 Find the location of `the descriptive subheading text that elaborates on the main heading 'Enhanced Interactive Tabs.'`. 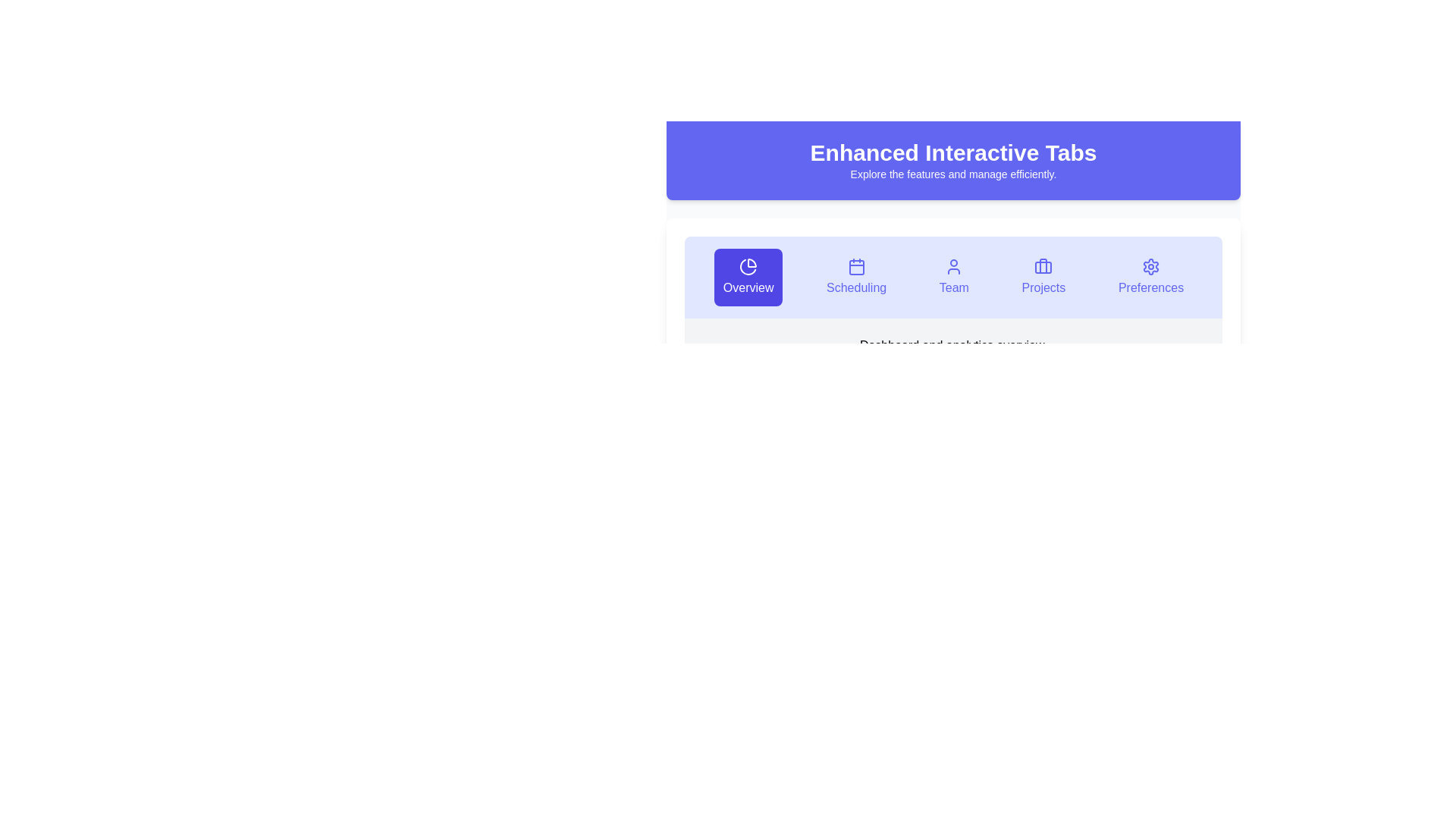

the descriptive subheading text that elaborates on the main heading 'Enhanced Interactive Tabs.' is located at coordinates (952, 174).